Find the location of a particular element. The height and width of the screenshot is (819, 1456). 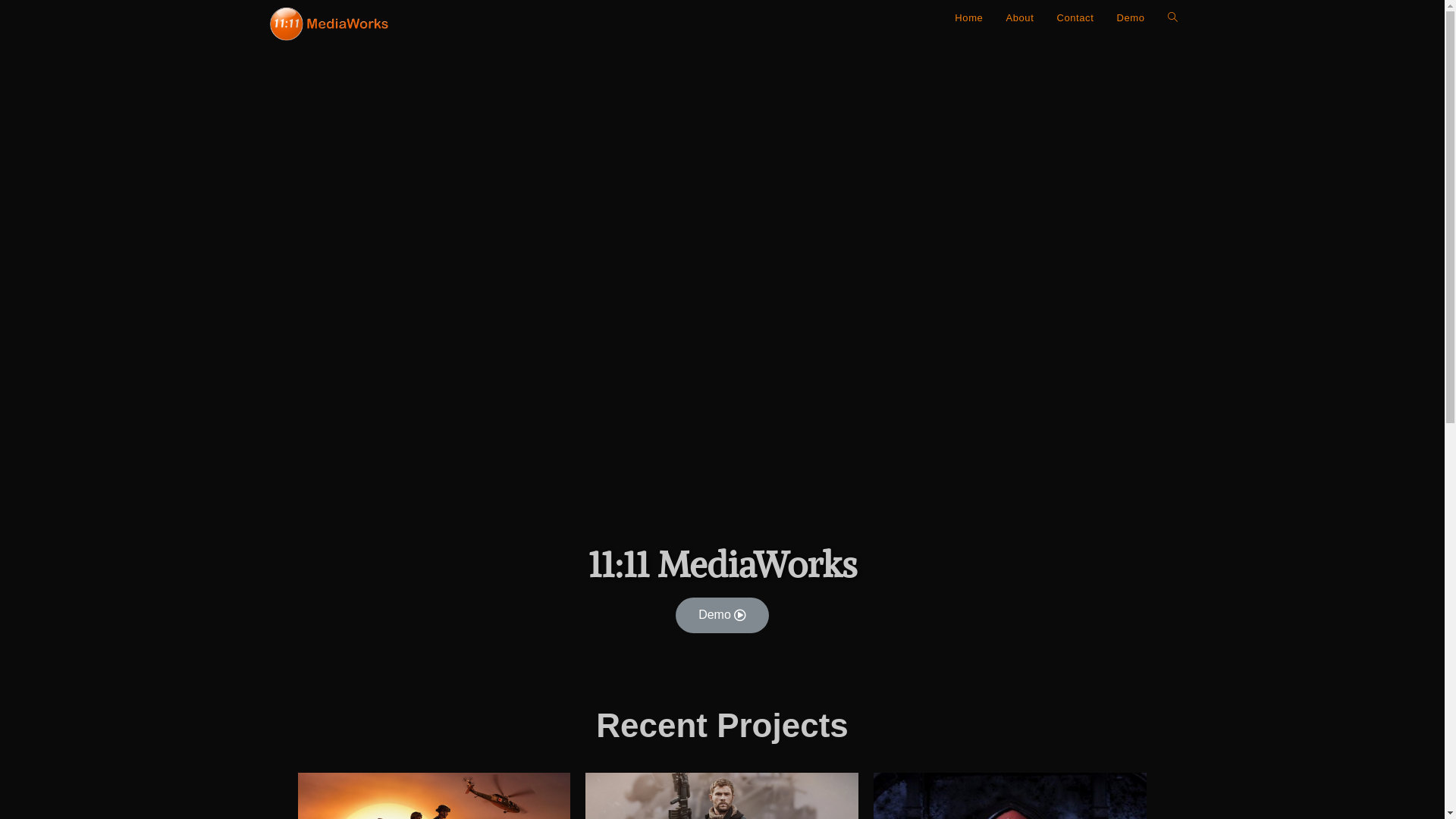

'Demo' is located at coordinates (721, 615).